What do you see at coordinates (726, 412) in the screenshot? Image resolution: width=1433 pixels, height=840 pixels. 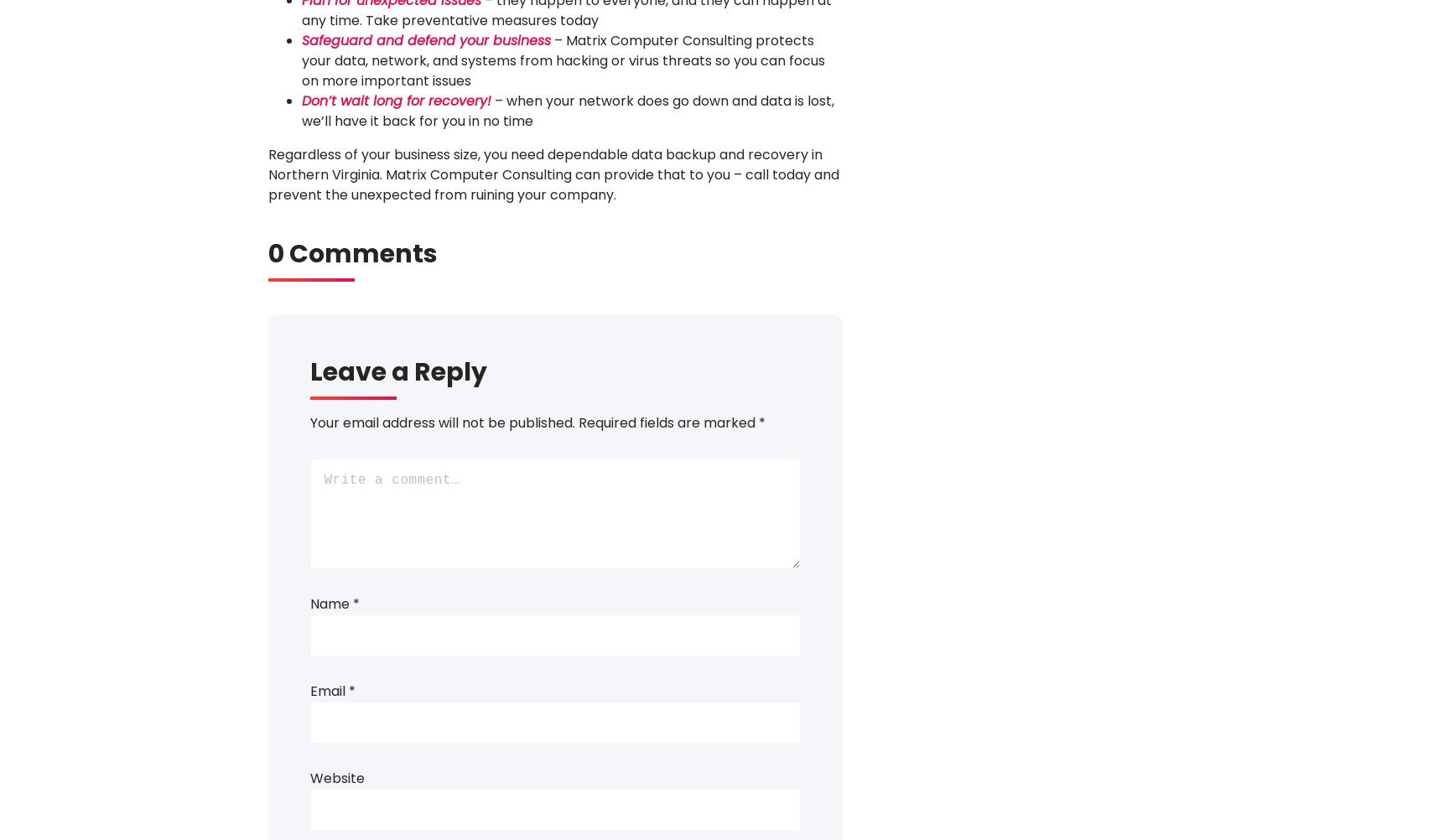 I see `'info@matrixcc.net'` at bounding box center [726, 412].